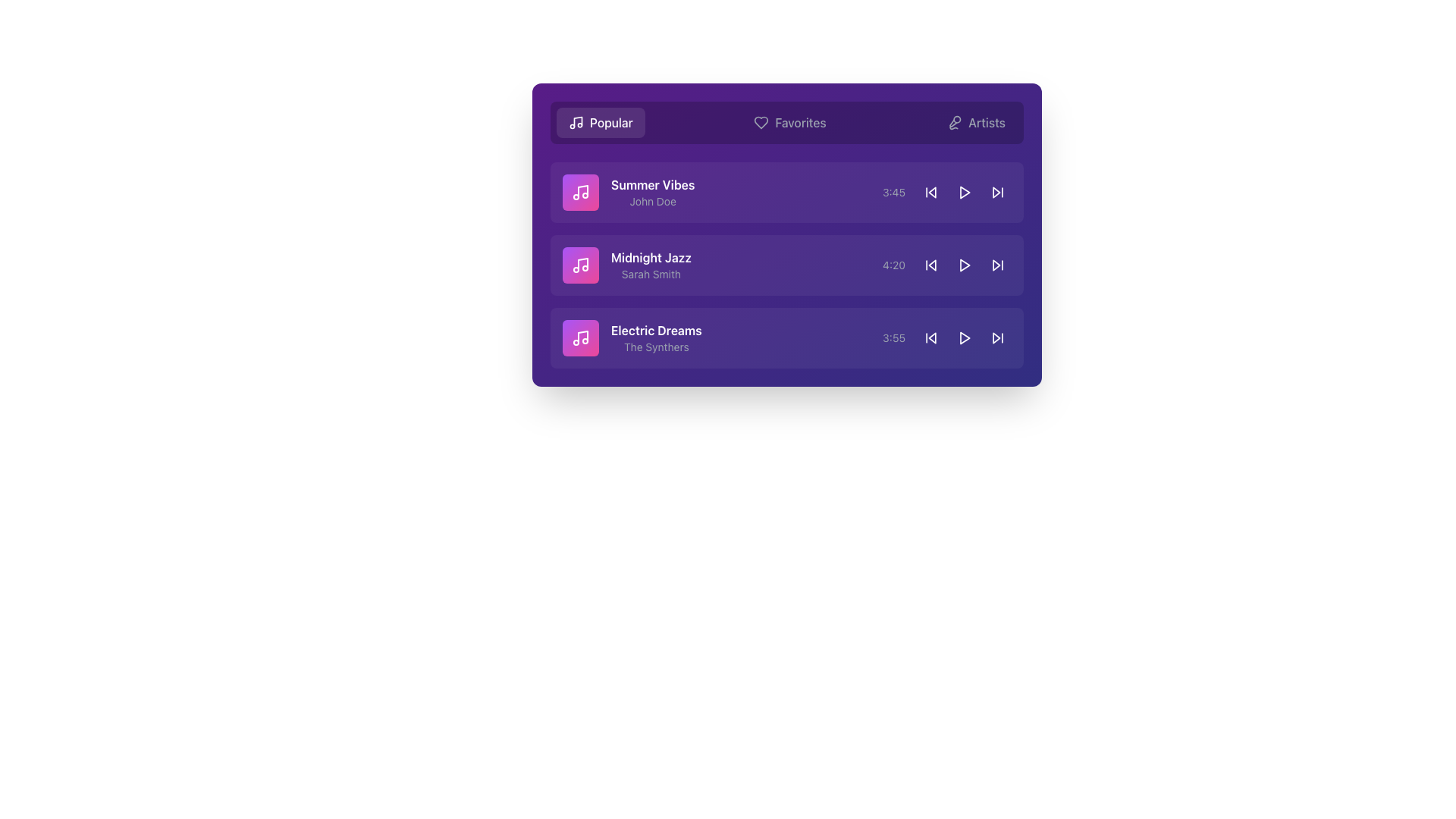 The height and width of the screenshot is (819, 1456). What do you see at coordinates (761, 122) in the screenshot?
I see `the heart-shaped icon outlined without fill, located in the middle of the top navigation bar within the 'Favorites' section, positioned between 'Popular' and 'Artists'` at bounding box center [761, 122].